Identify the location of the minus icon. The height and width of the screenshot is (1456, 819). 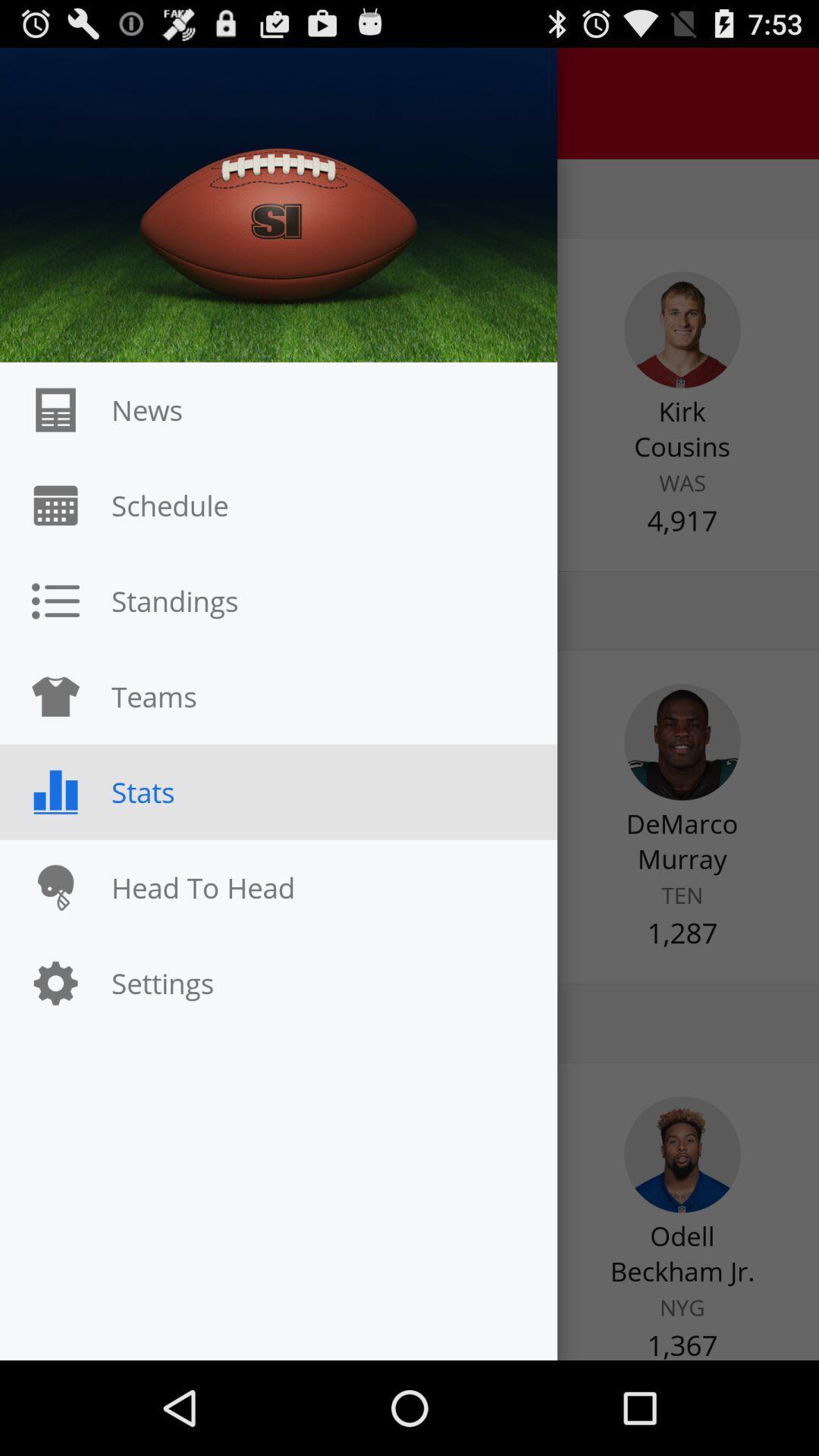
(409, 793).